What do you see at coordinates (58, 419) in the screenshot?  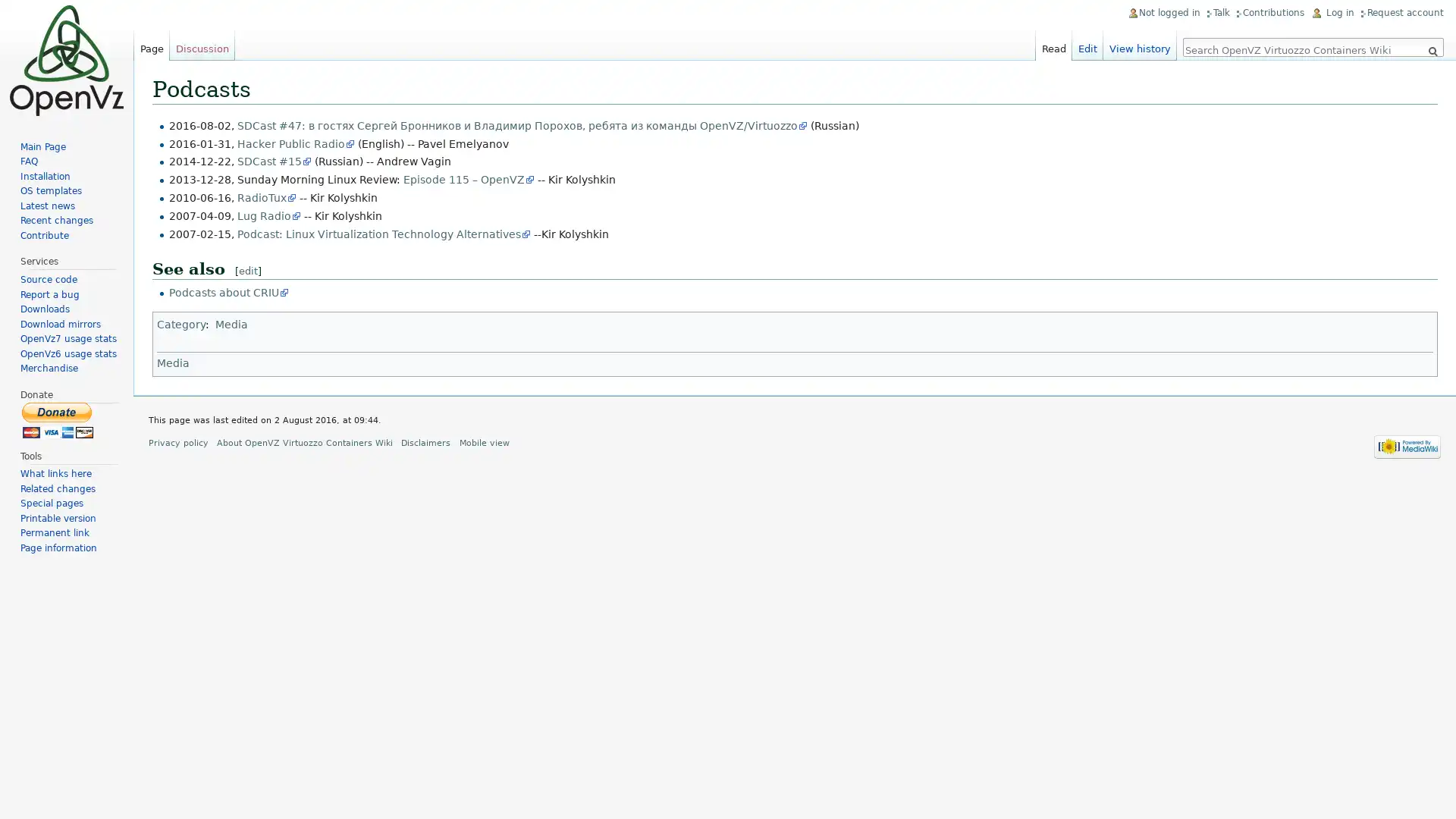 I see `PayPal - The safer, easier way to pay online!` at bounding box center [58, 419].